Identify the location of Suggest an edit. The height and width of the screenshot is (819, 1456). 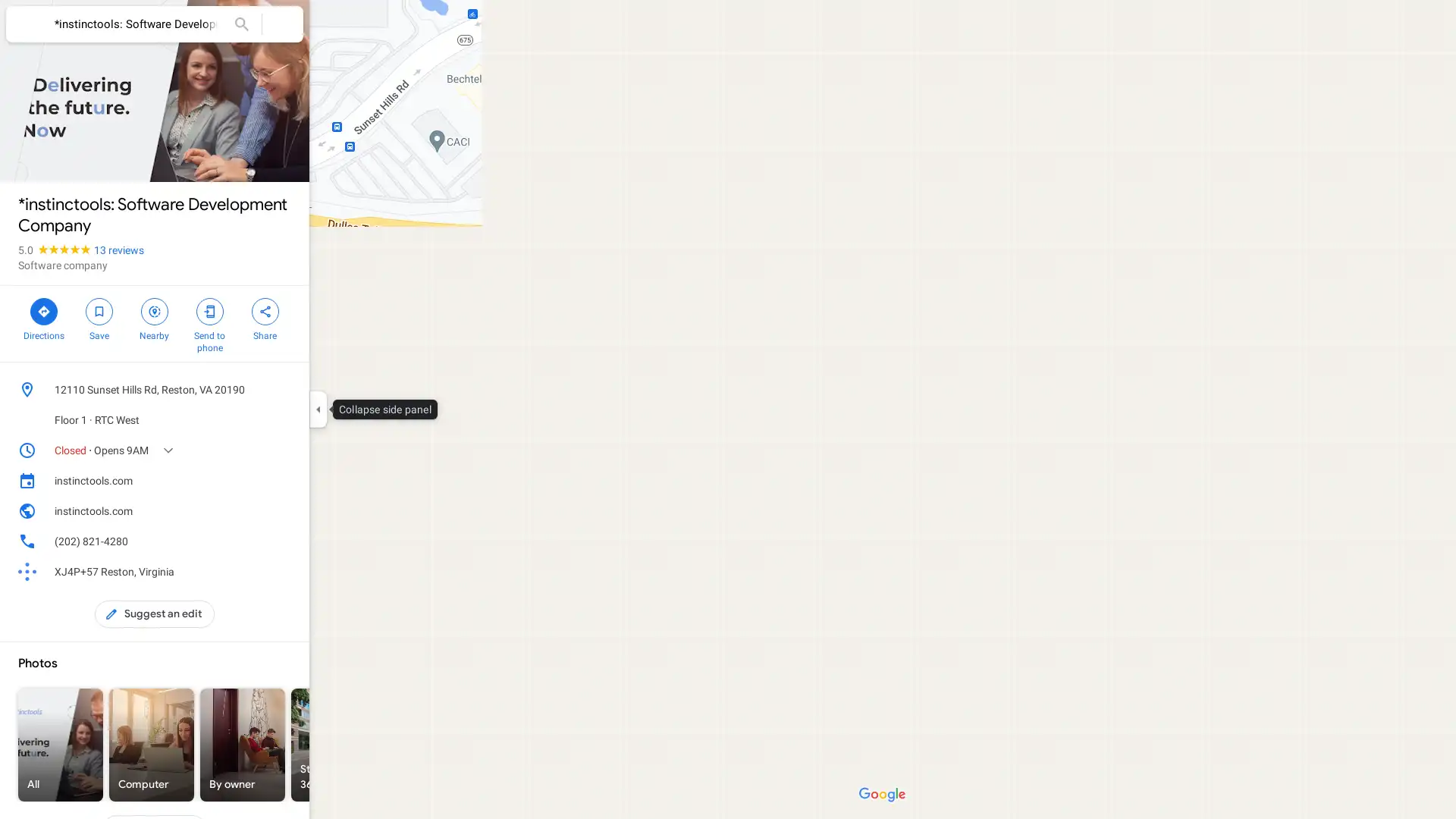
(155, 614).